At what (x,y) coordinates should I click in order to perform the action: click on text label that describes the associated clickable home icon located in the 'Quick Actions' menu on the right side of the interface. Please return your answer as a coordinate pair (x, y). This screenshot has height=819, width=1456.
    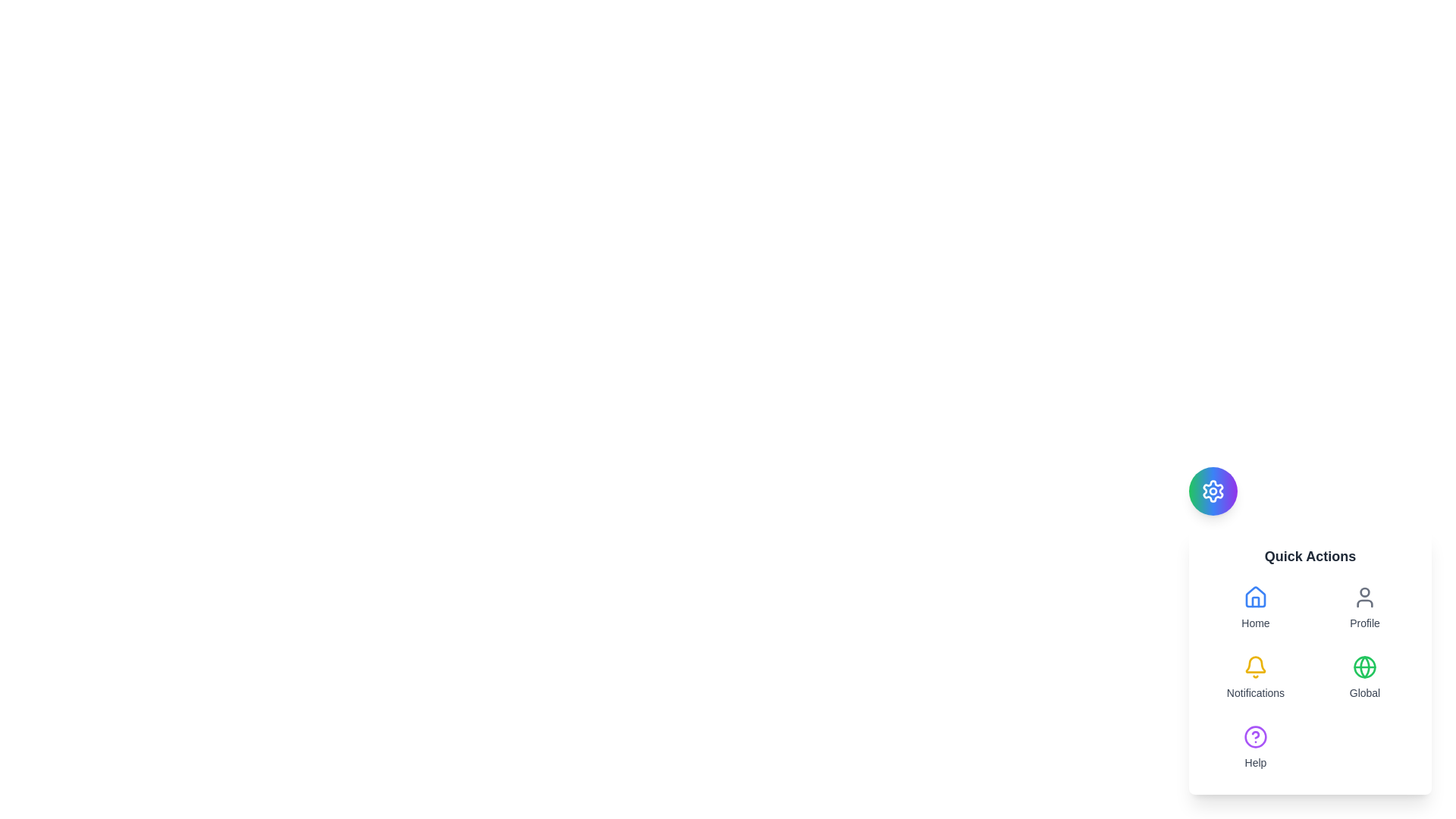
    Looking at the image, I should click on (1256, 623).